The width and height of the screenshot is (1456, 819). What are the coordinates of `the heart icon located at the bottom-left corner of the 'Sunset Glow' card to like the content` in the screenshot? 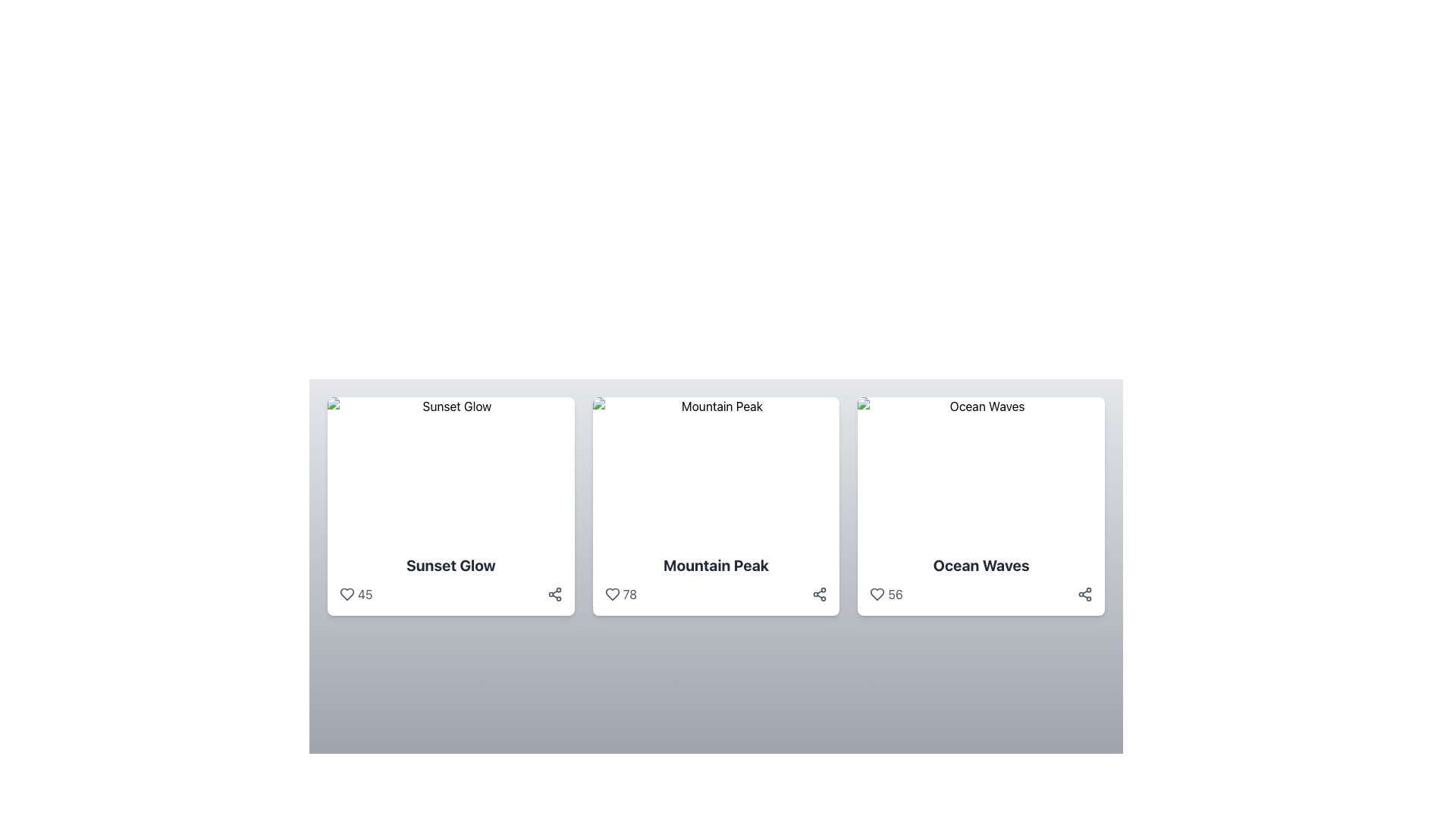 It's located at (346, 593).